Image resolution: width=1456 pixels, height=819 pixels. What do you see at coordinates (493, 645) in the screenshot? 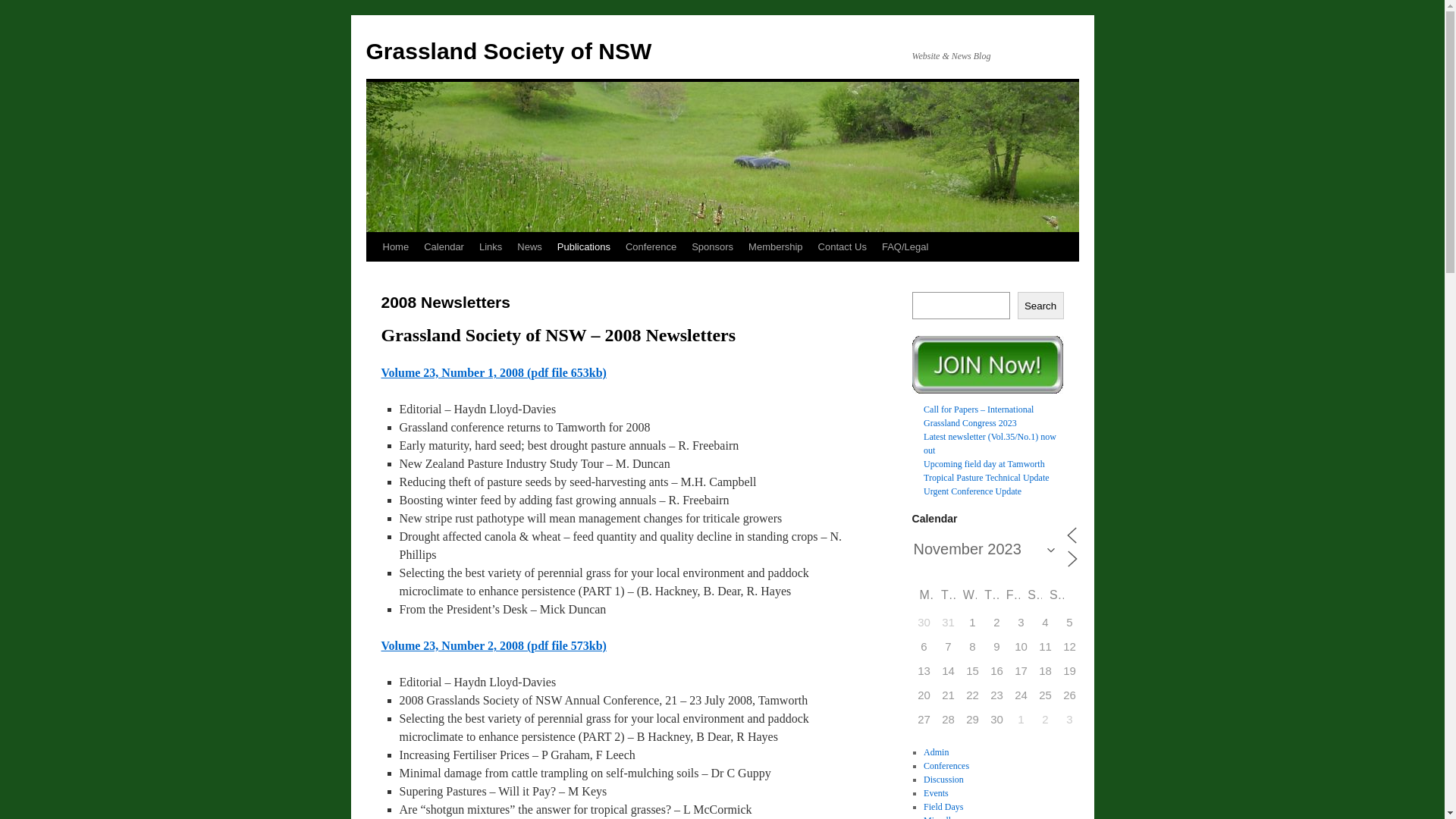
I see `'Volume 23, Number 2, 2008 (pdf file 573kb)'` at bounding box center [493, 645].